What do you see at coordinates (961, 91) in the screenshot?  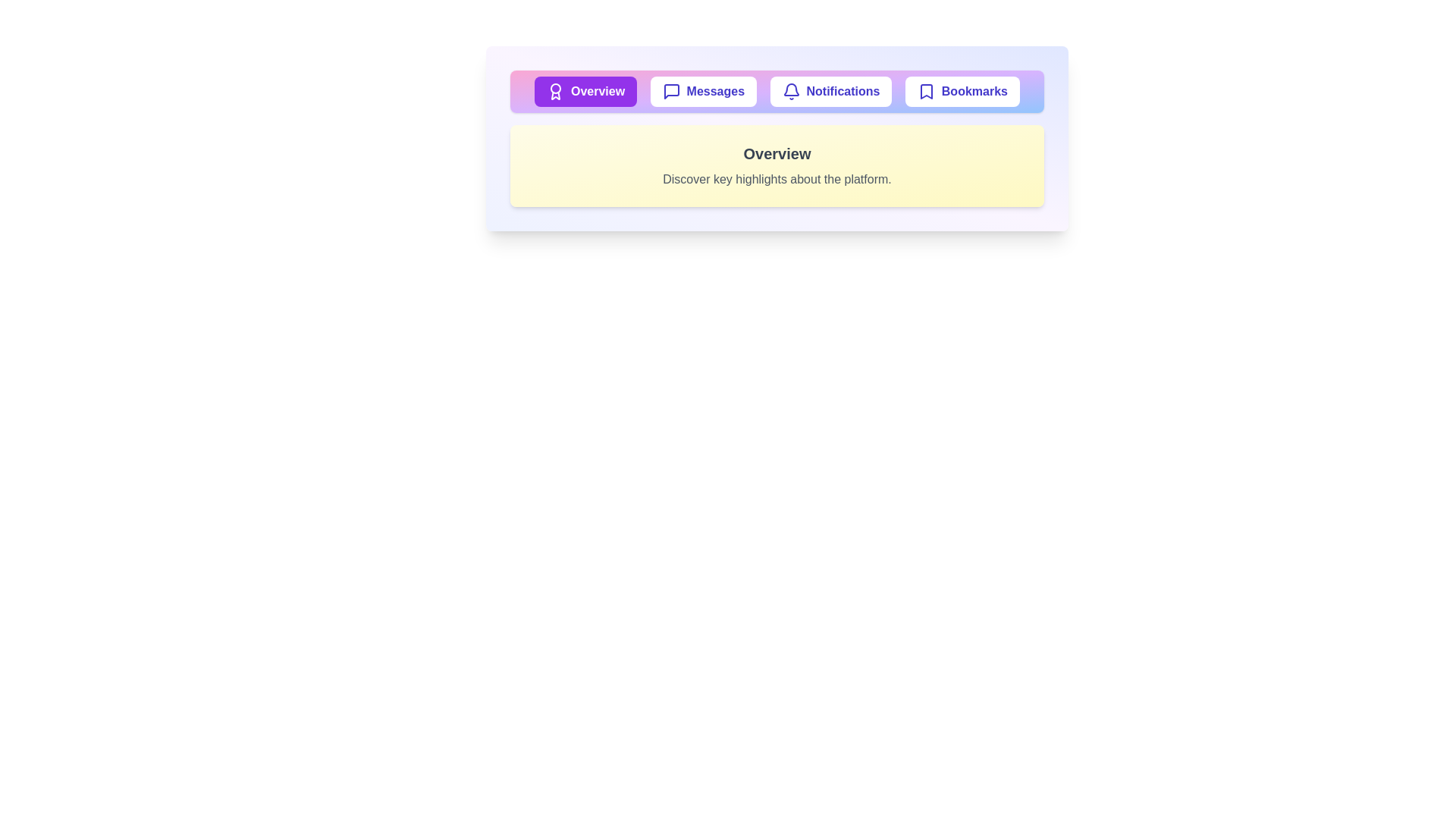 I see `the tab labeled Bookmarks` at bounding box center [961, 91].